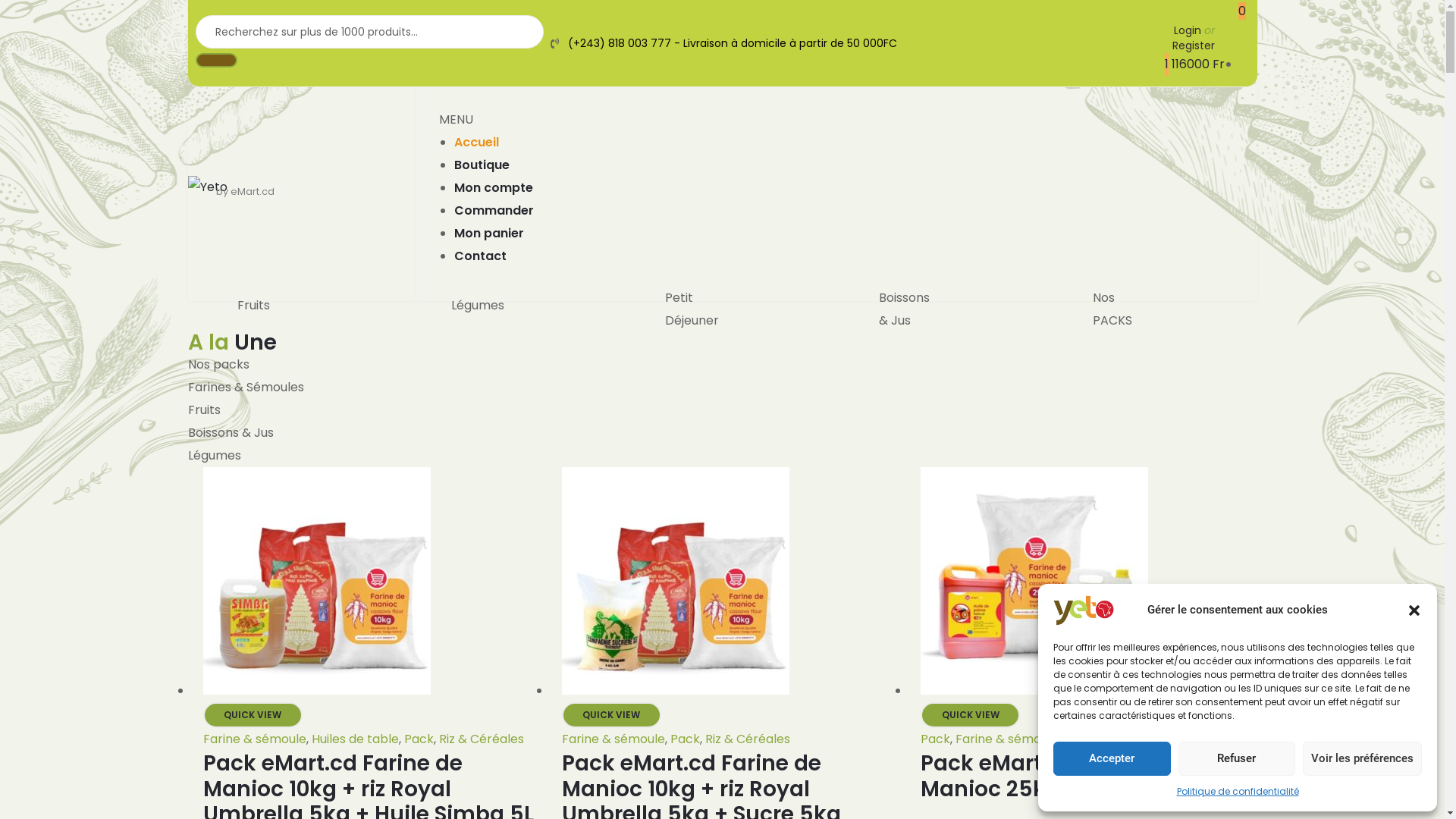  I want to click on 'Refuser', so click(1237, 758).